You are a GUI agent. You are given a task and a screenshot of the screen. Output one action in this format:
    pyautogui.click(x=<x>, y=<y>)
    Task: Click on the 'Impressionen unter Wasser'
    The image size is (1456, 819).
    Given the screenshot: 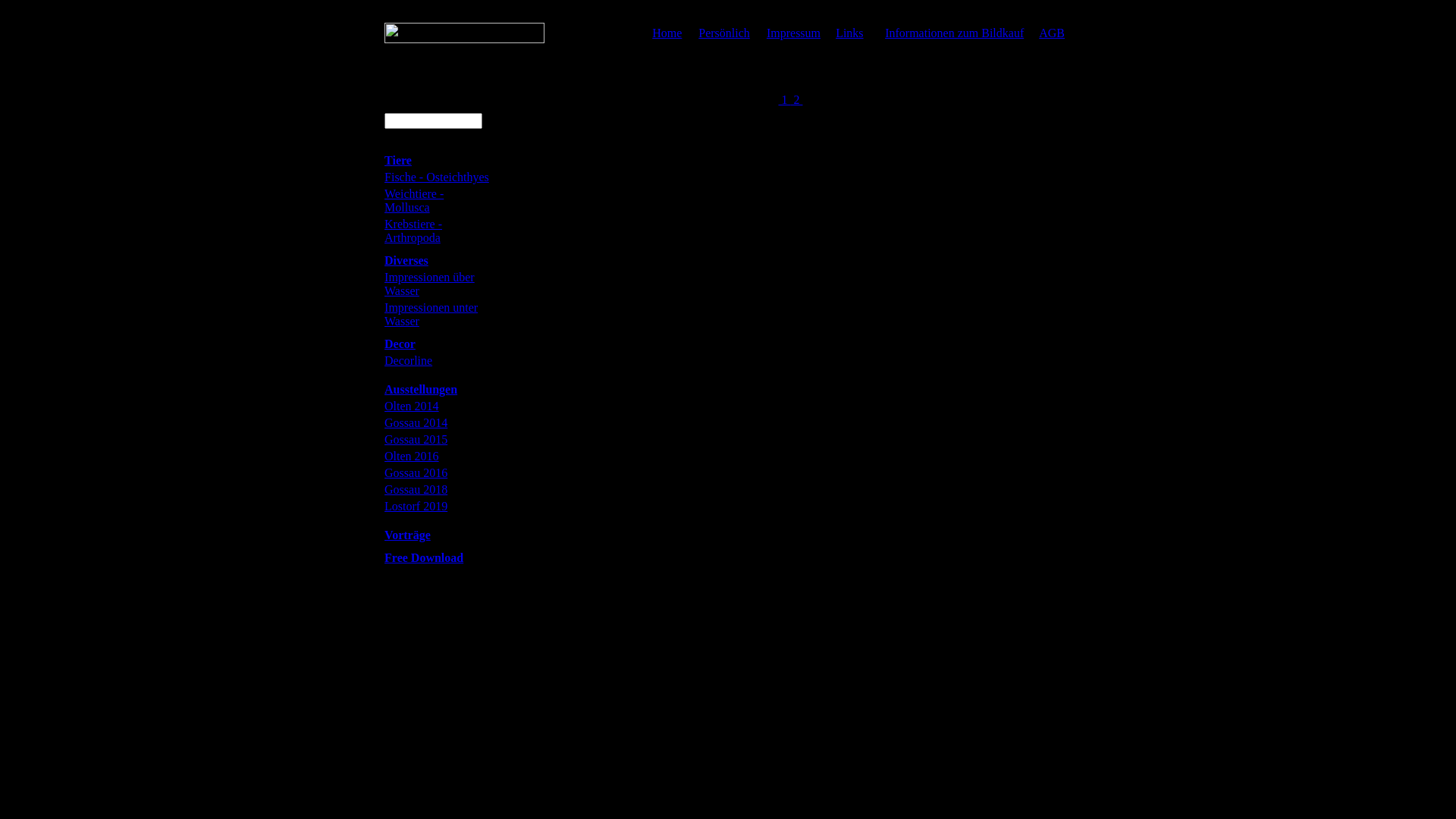 What is the action you would take?
    pyautogui.click(x=430, y=313)
    